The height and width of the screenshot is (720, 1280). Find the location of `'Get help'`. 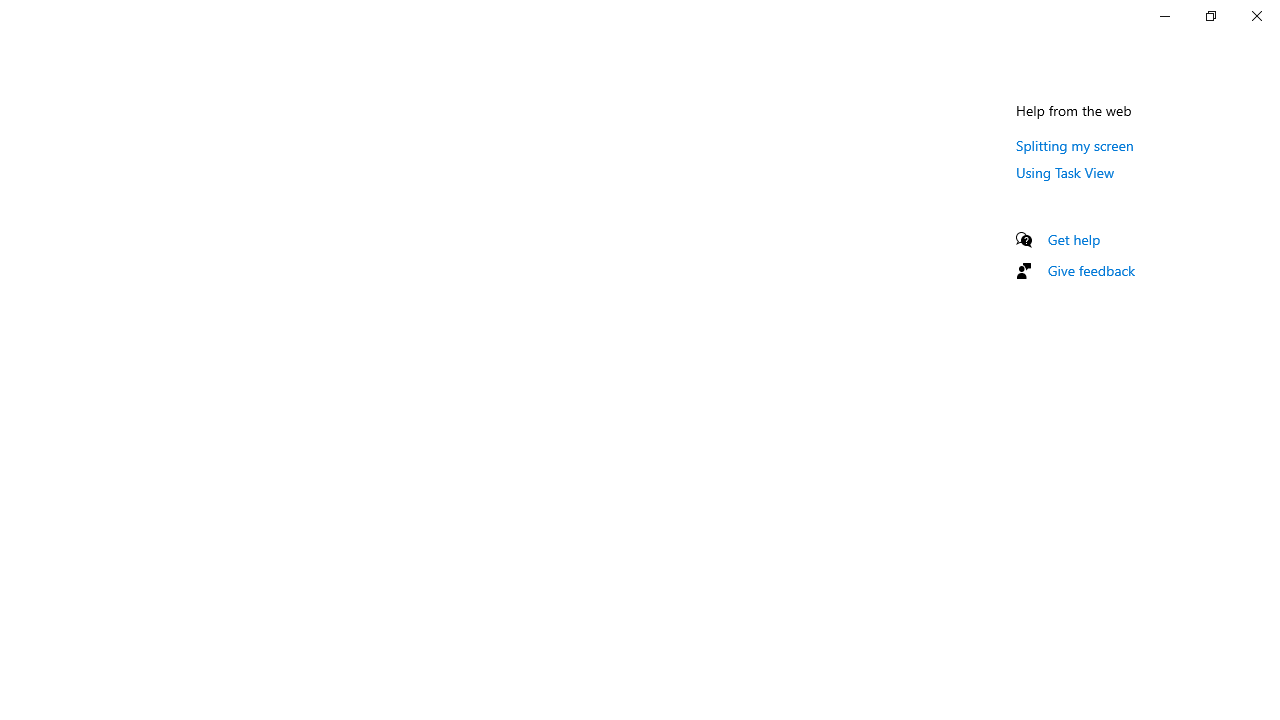

'Get help' is located at coordinates (1073, 238).